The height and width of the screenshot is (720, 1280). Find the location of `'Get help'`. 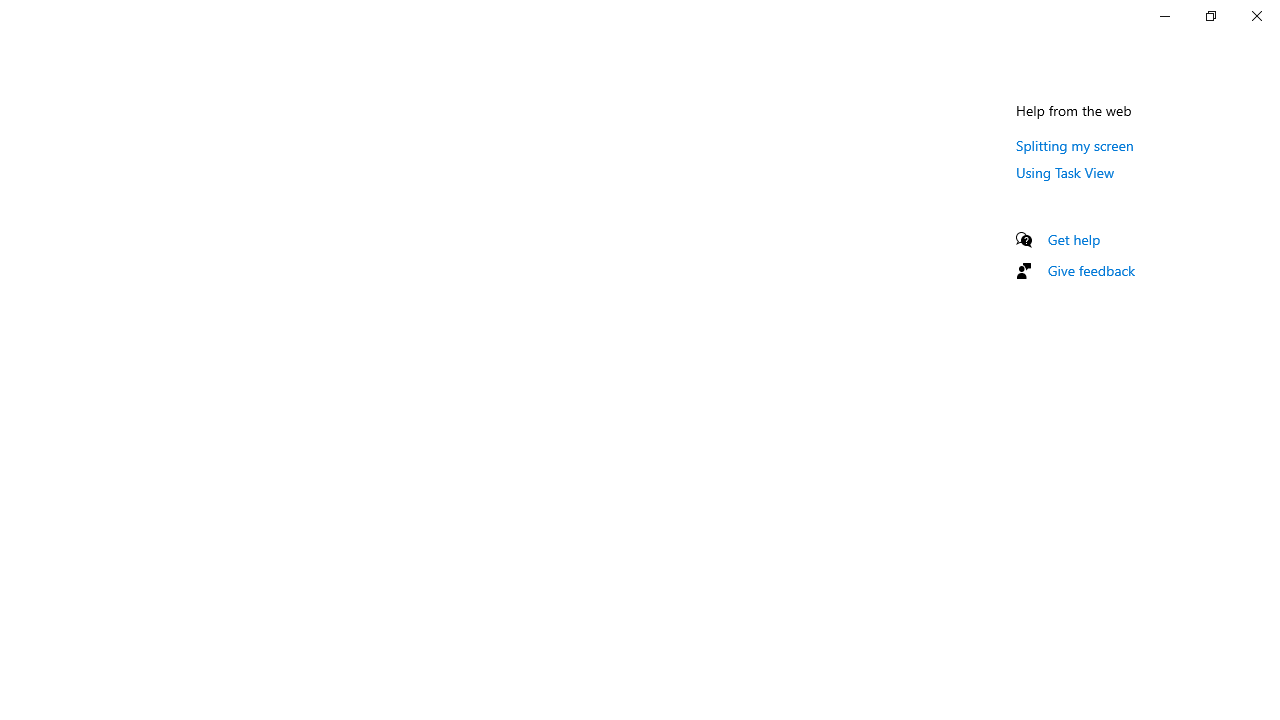

'Get help' is located at coordinates (1073, 238).